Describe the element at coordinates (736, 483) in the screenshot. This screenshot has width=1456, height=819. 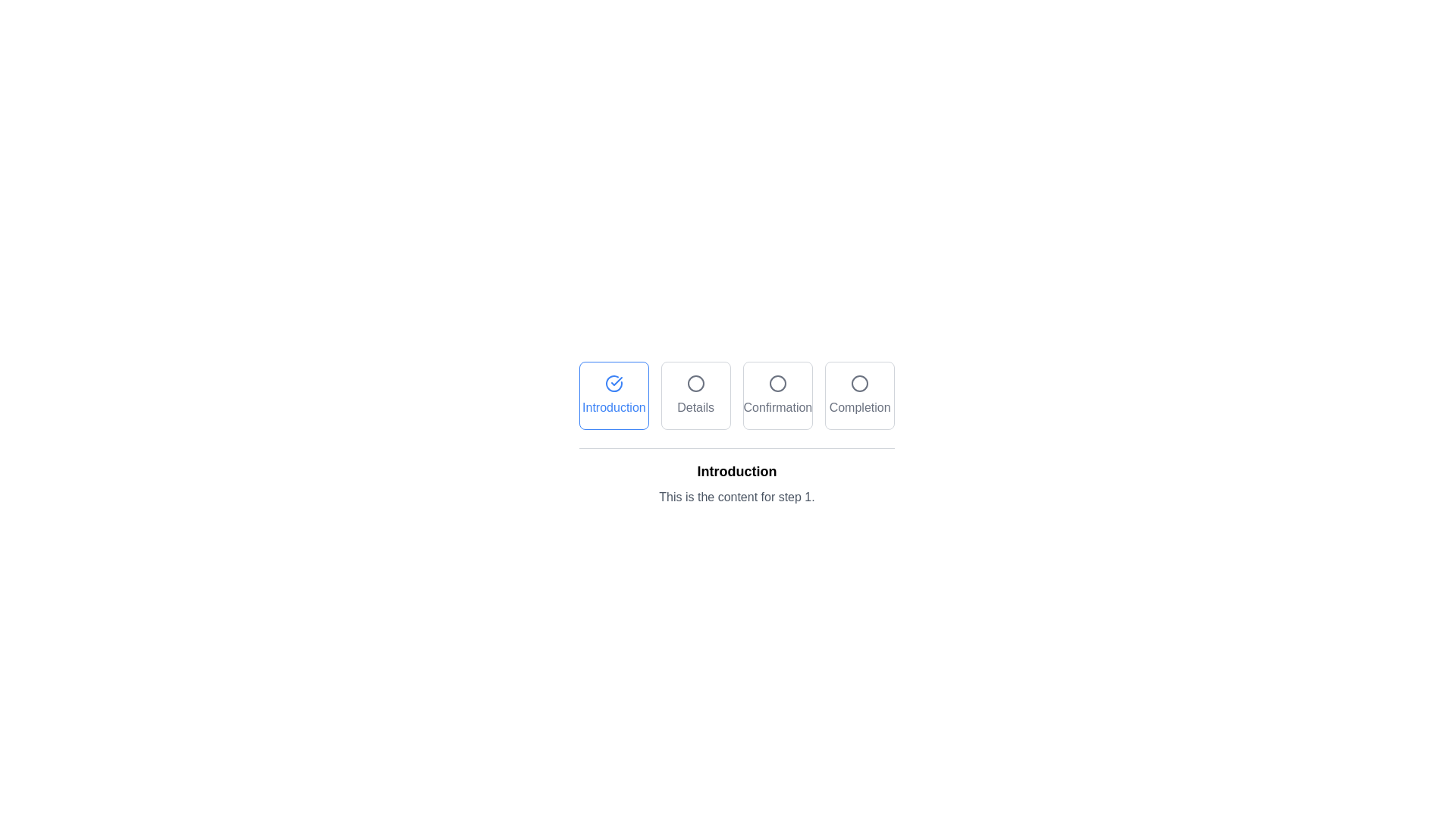
I see `the informational Text Block explaining the current step in the multi-step process, located below the navigation step headers and beneath the 'Introduction' step button` at that location.